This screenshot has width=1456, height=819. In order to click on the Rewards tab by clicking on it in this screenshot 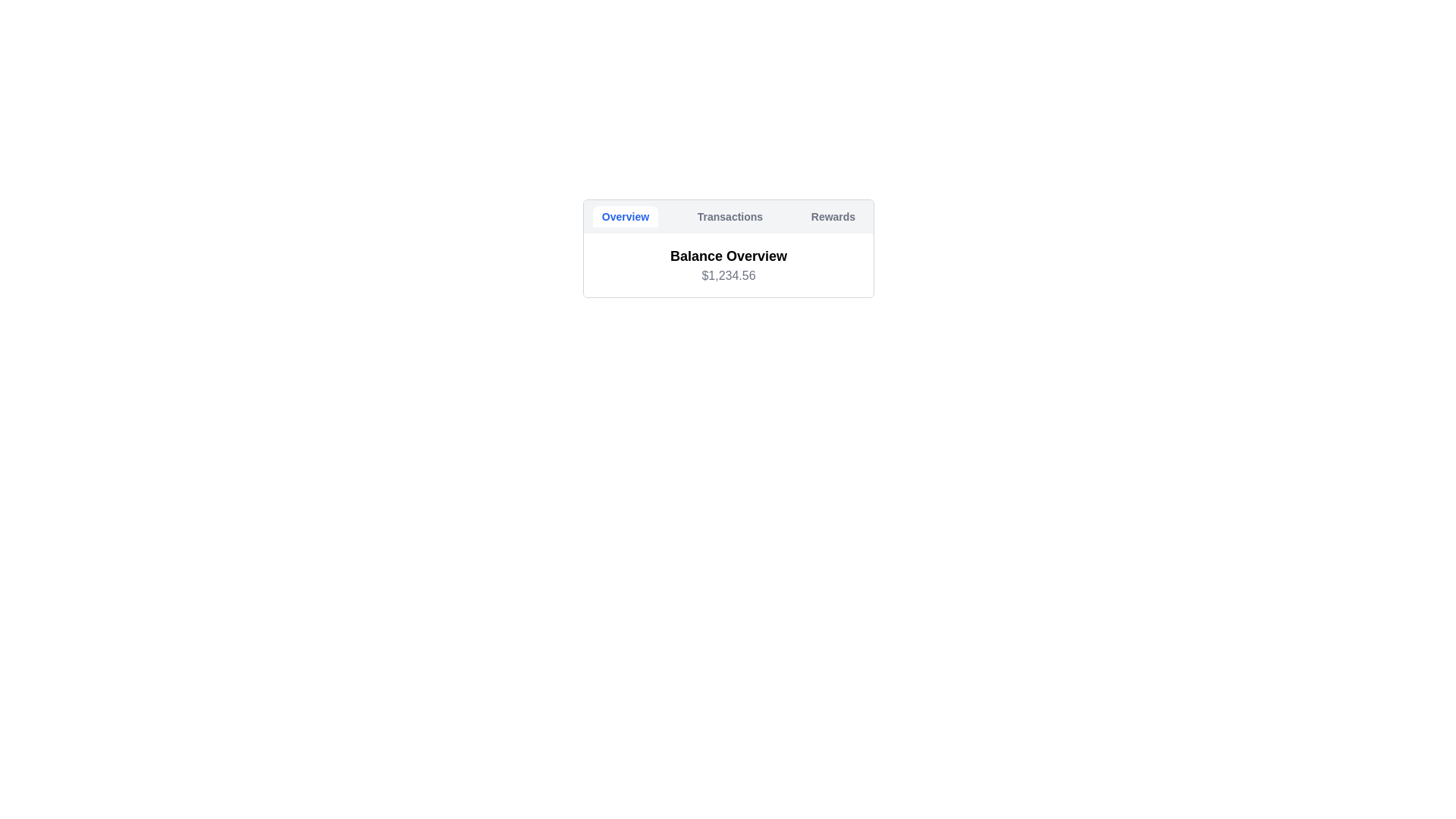, I will do `click(833, 216)`.